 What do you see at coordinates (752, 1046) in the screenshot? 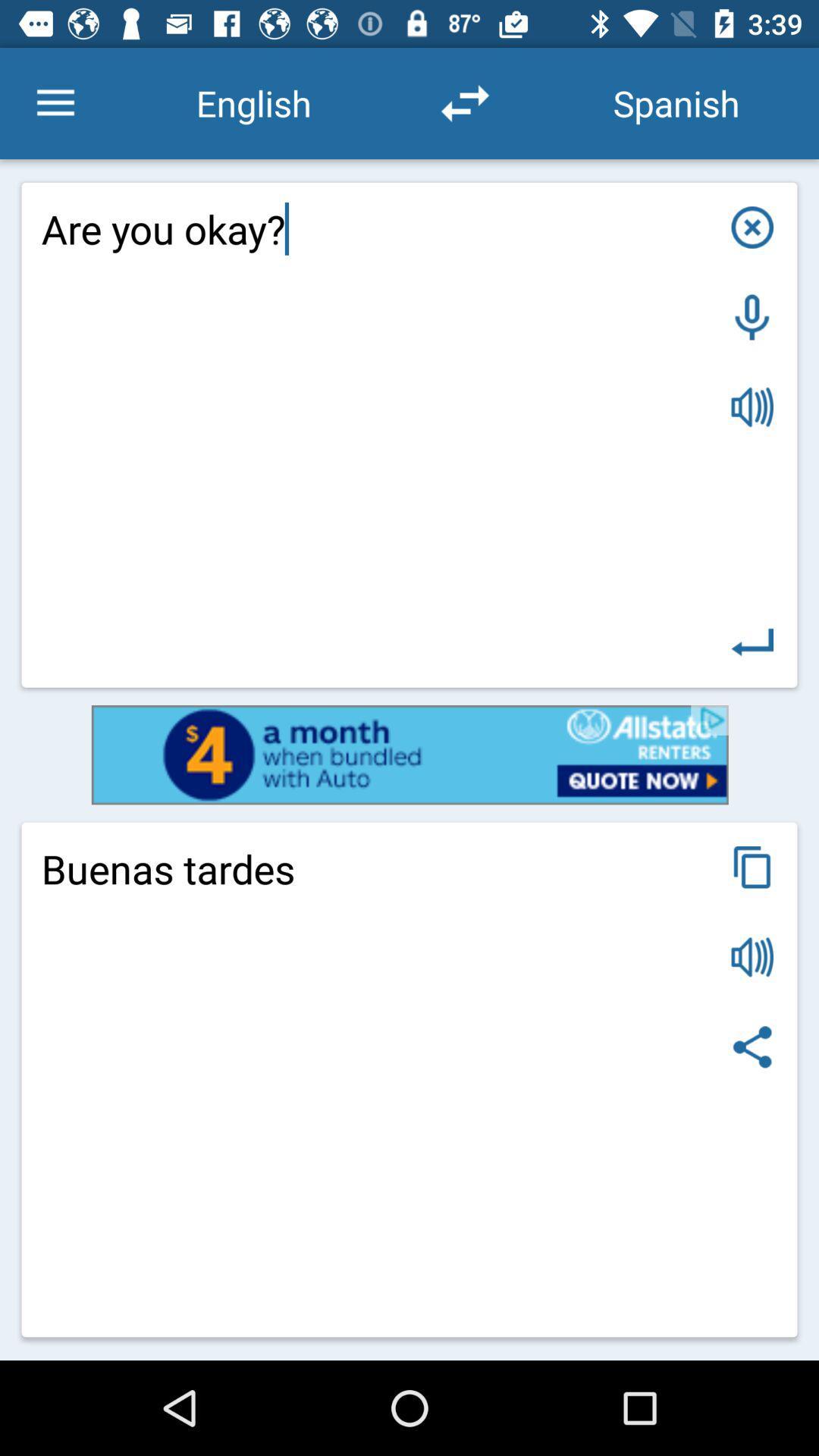
I see `share icon` at bounding box center [752, 1046].